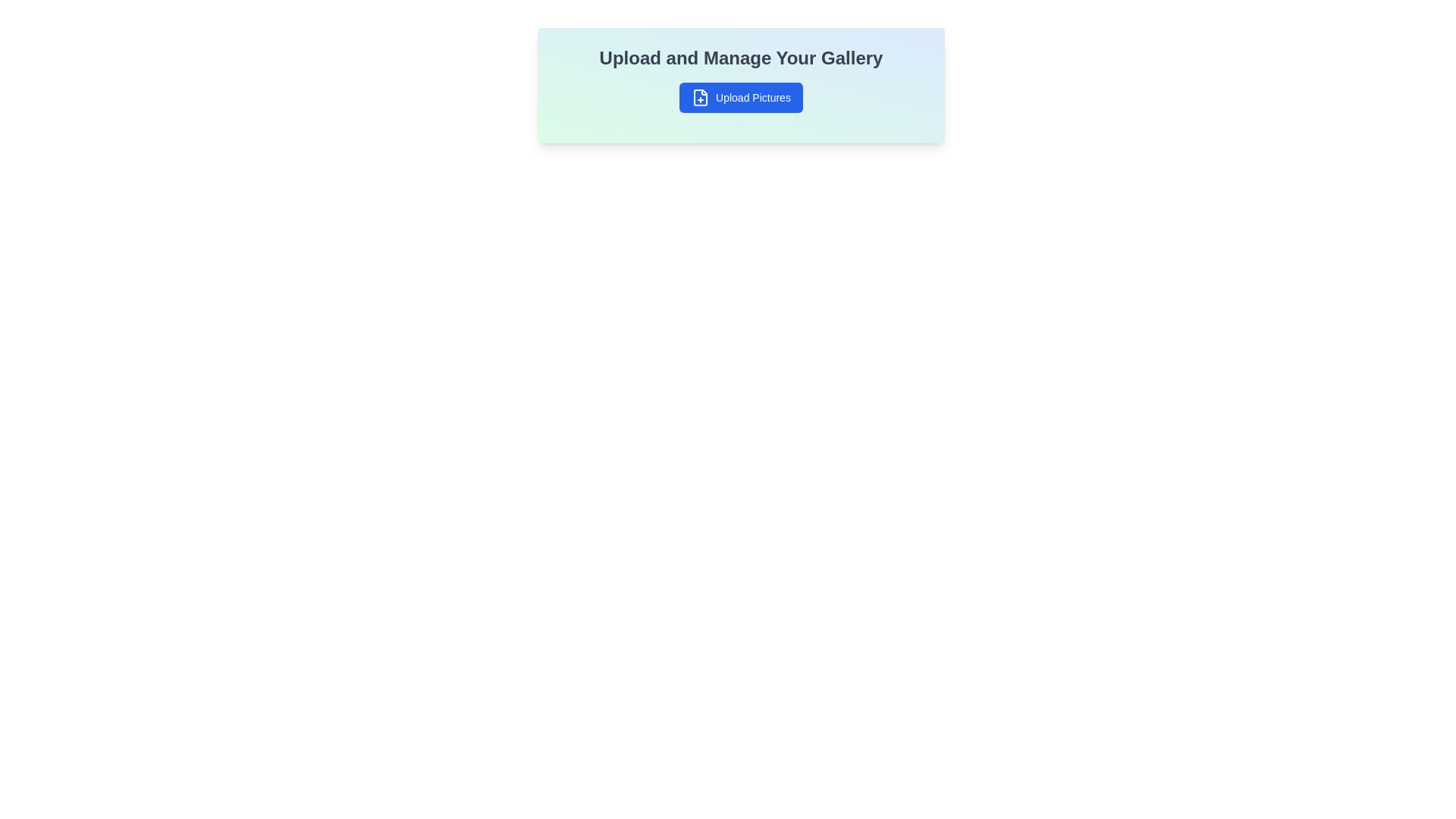  What do you see at coordinates (741, 85) in the screenshot?
I see `the blue button labeled 'Upload Pictures' within the panel that has a gradient background and a heading 'Upload and Manage Your Gallery'` at bounding box center [741, 85].